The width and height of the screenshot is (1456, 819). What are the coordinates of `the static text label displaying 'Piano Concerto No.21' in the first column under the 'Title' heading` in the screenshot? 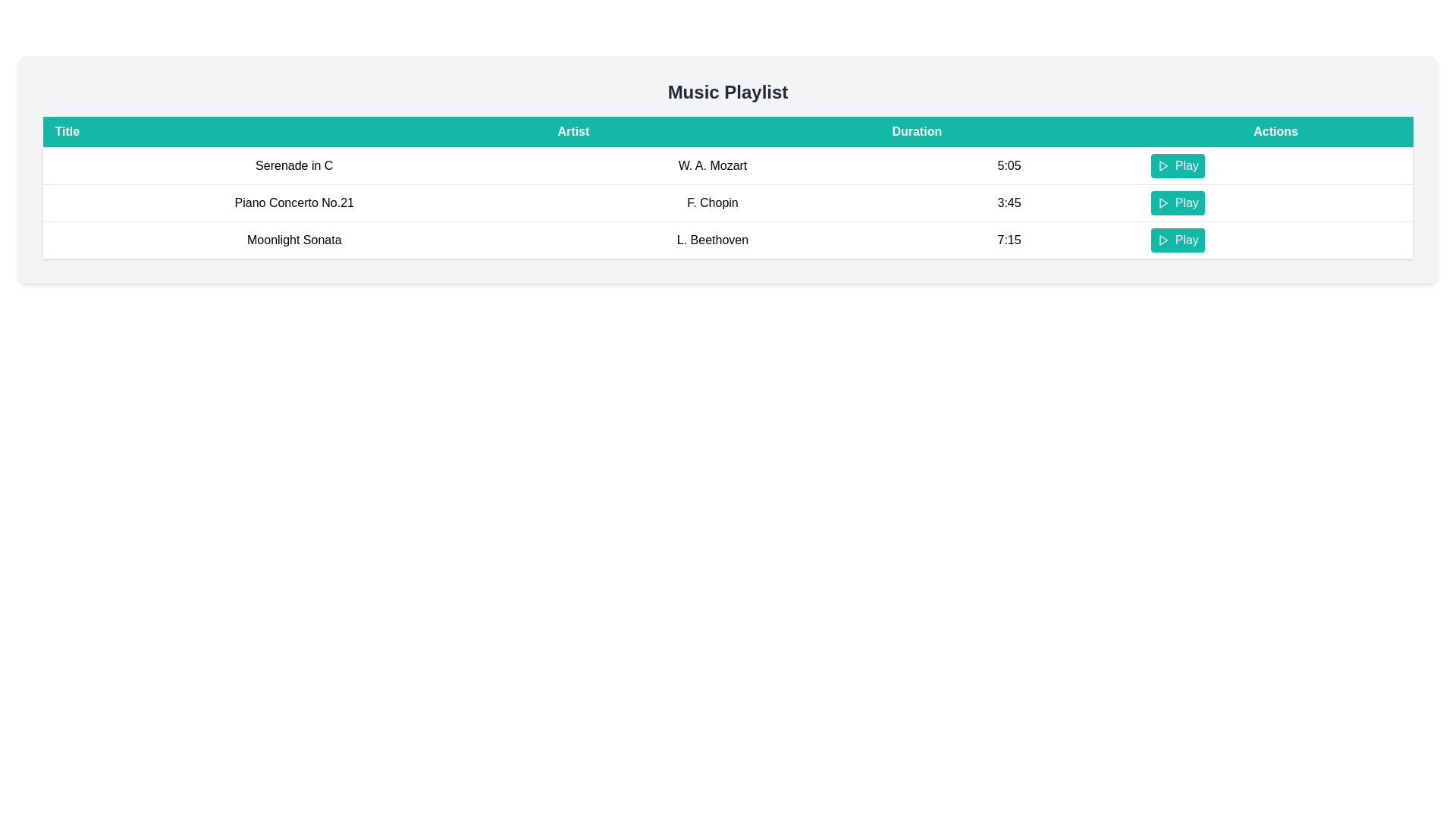 It's located at (294, 202).